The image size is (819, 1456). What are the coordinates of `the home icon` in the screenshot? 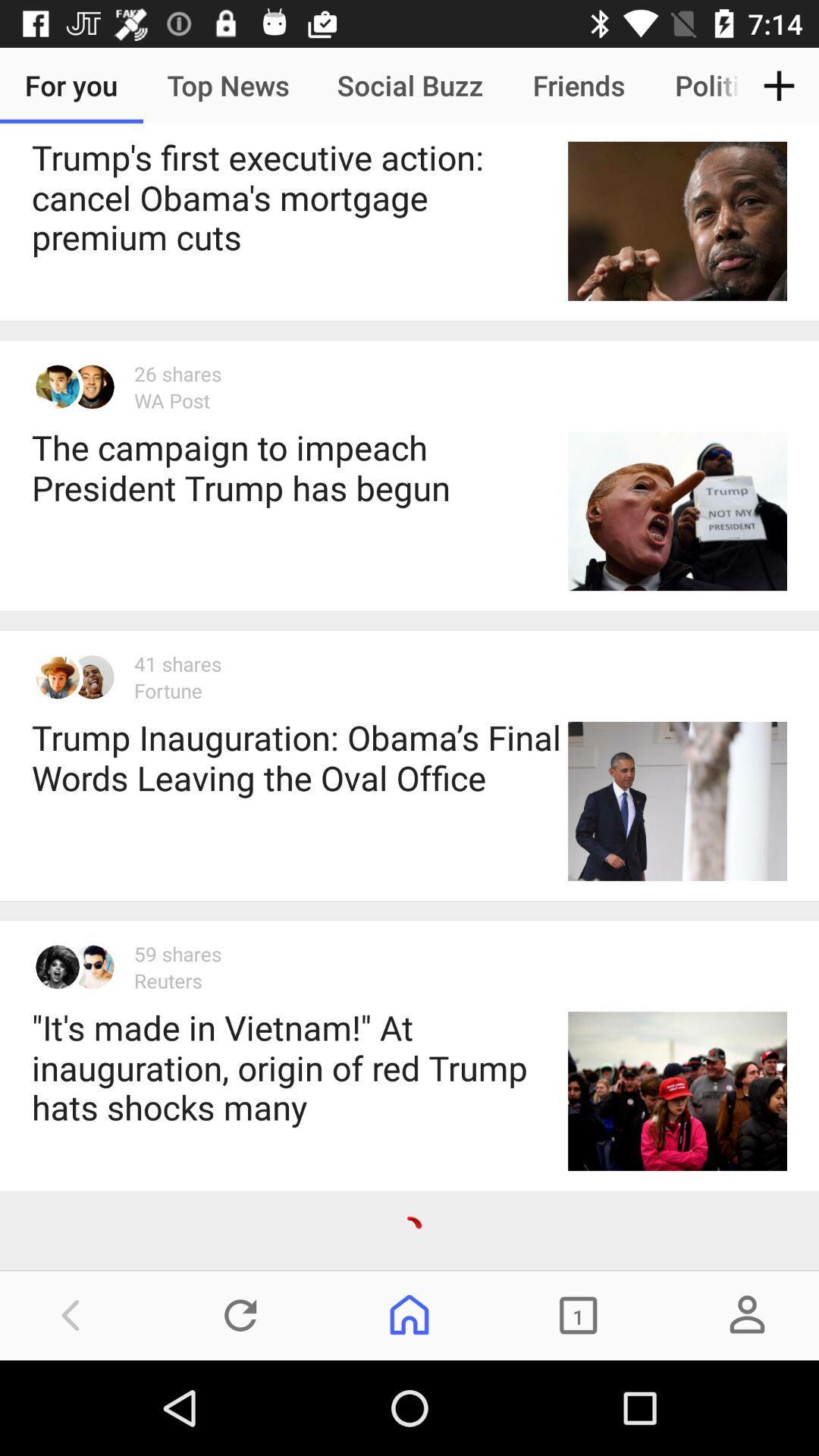 It's located at (409, 1314).